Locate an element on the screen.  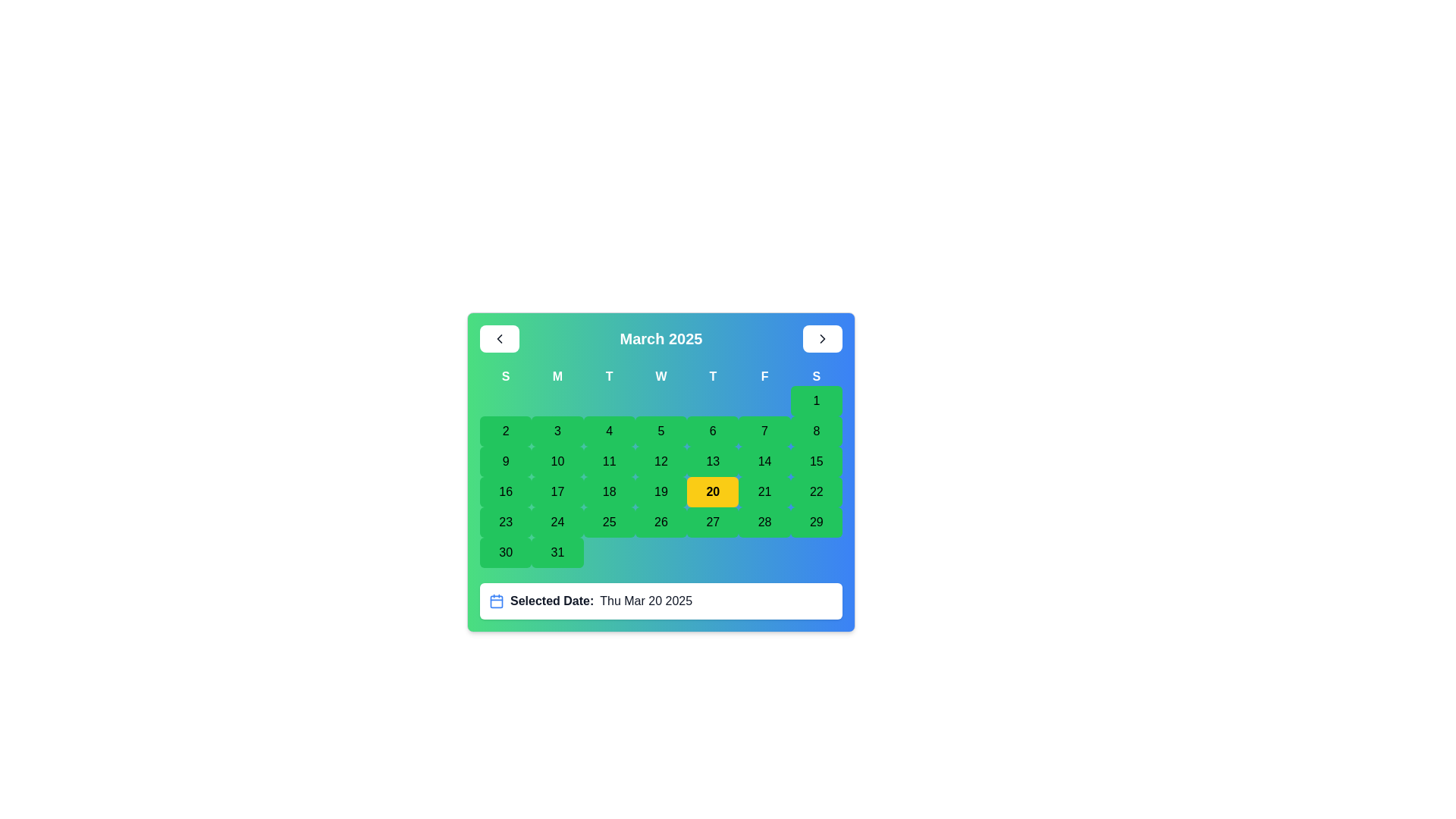
the button representing the date 21 in the calendar interface is located at coordinates (764, 491).